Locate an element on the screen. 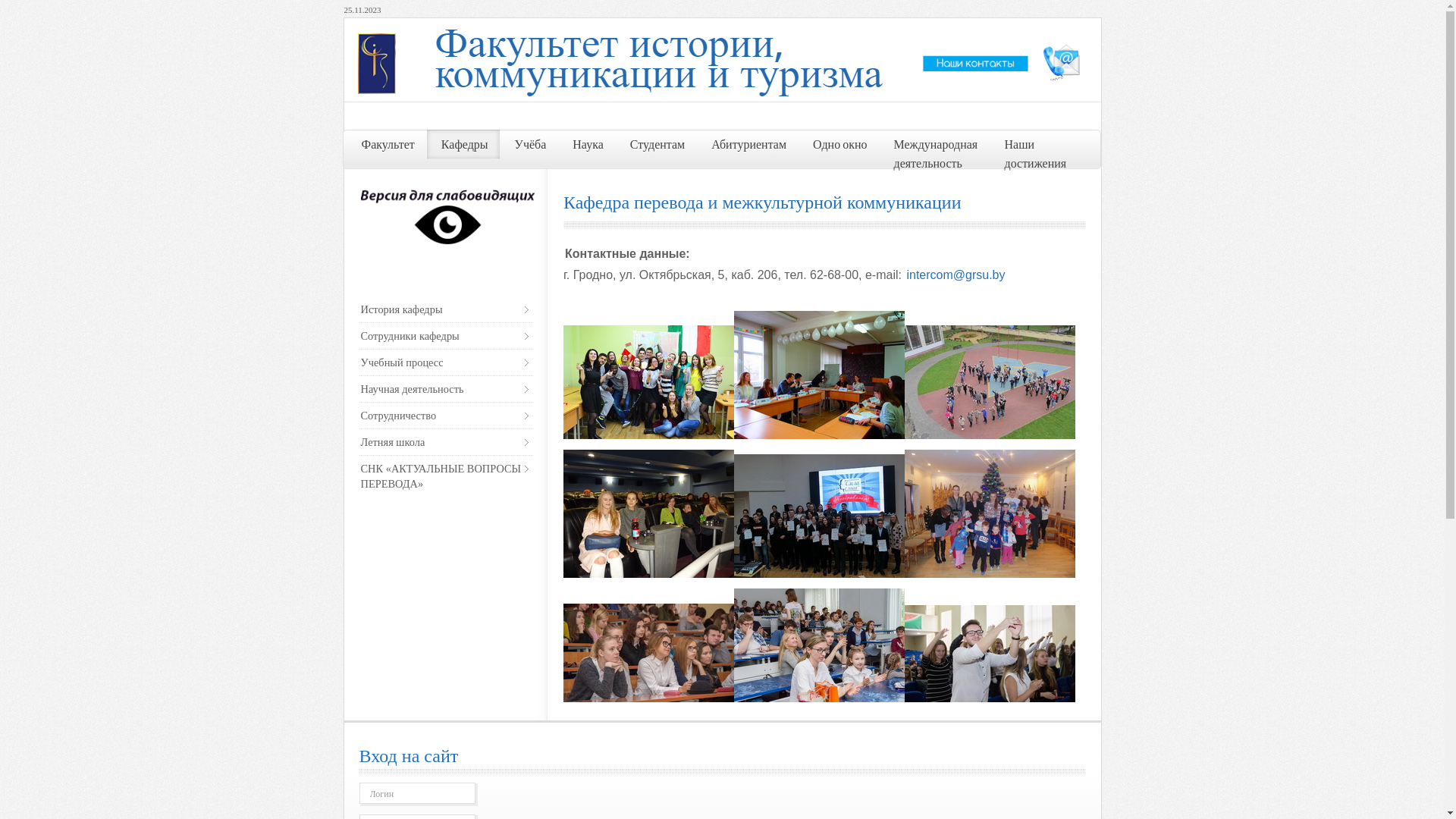 The image size is (1456, 819). 'intercom@grsu.by' is located at coordinates (954, 275).